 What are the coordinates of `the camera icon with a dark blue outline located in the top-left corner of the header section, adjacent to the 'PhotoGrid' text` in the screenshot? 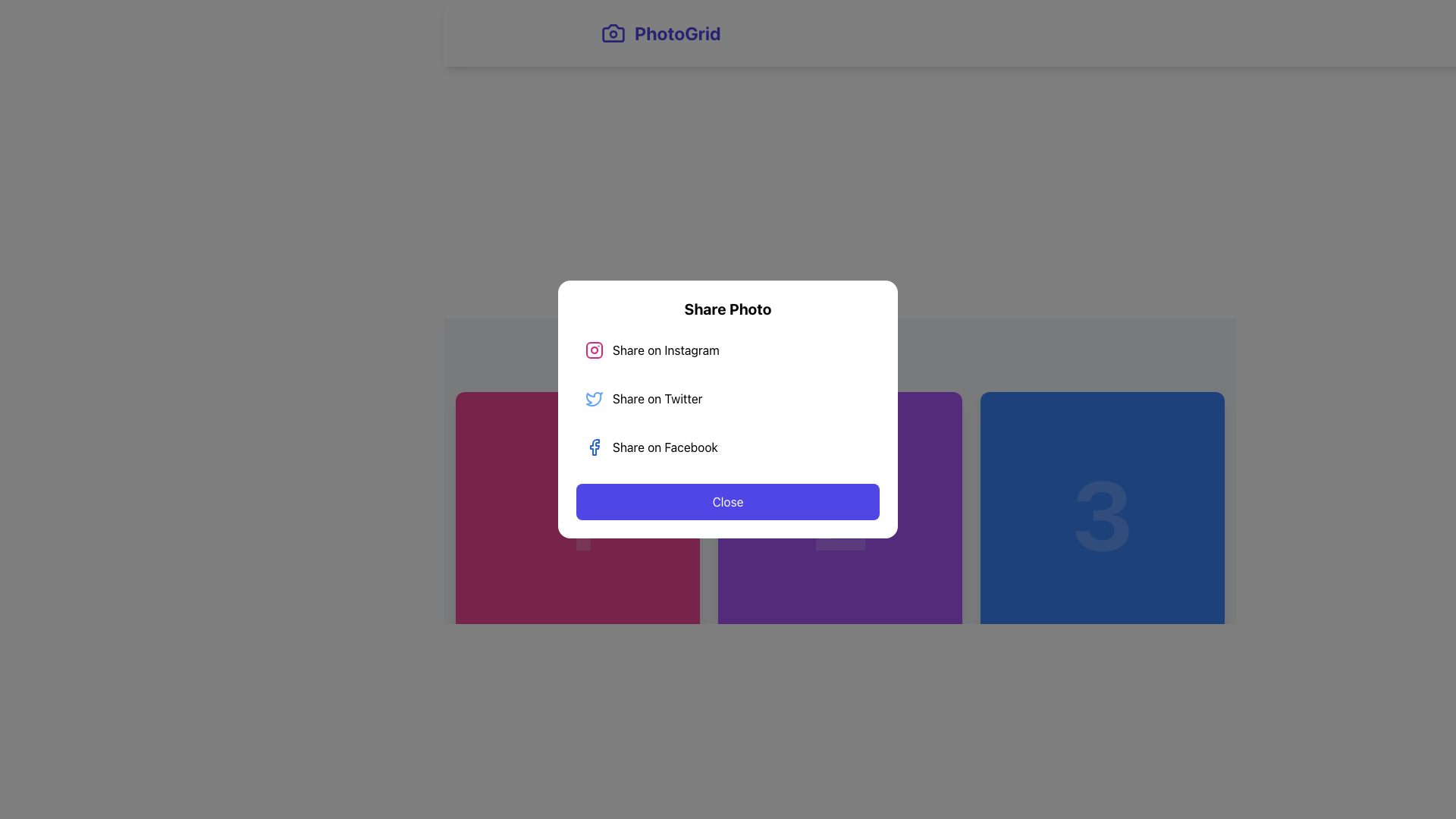 It's located at (613, 33).